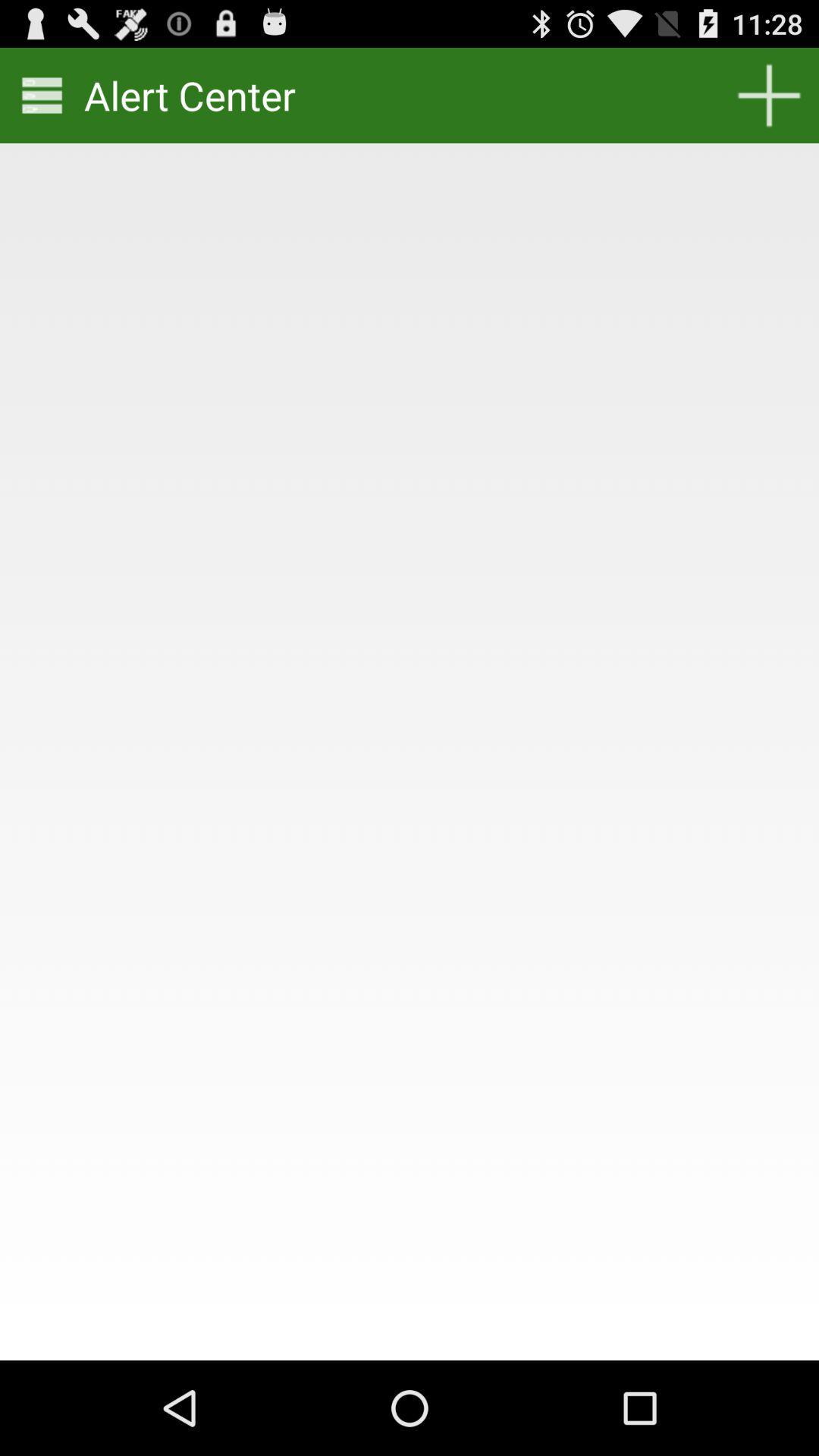 The height and width of the screenshot is (1456, 819). I want to click on icon at the top right corner, so click(769, 94).